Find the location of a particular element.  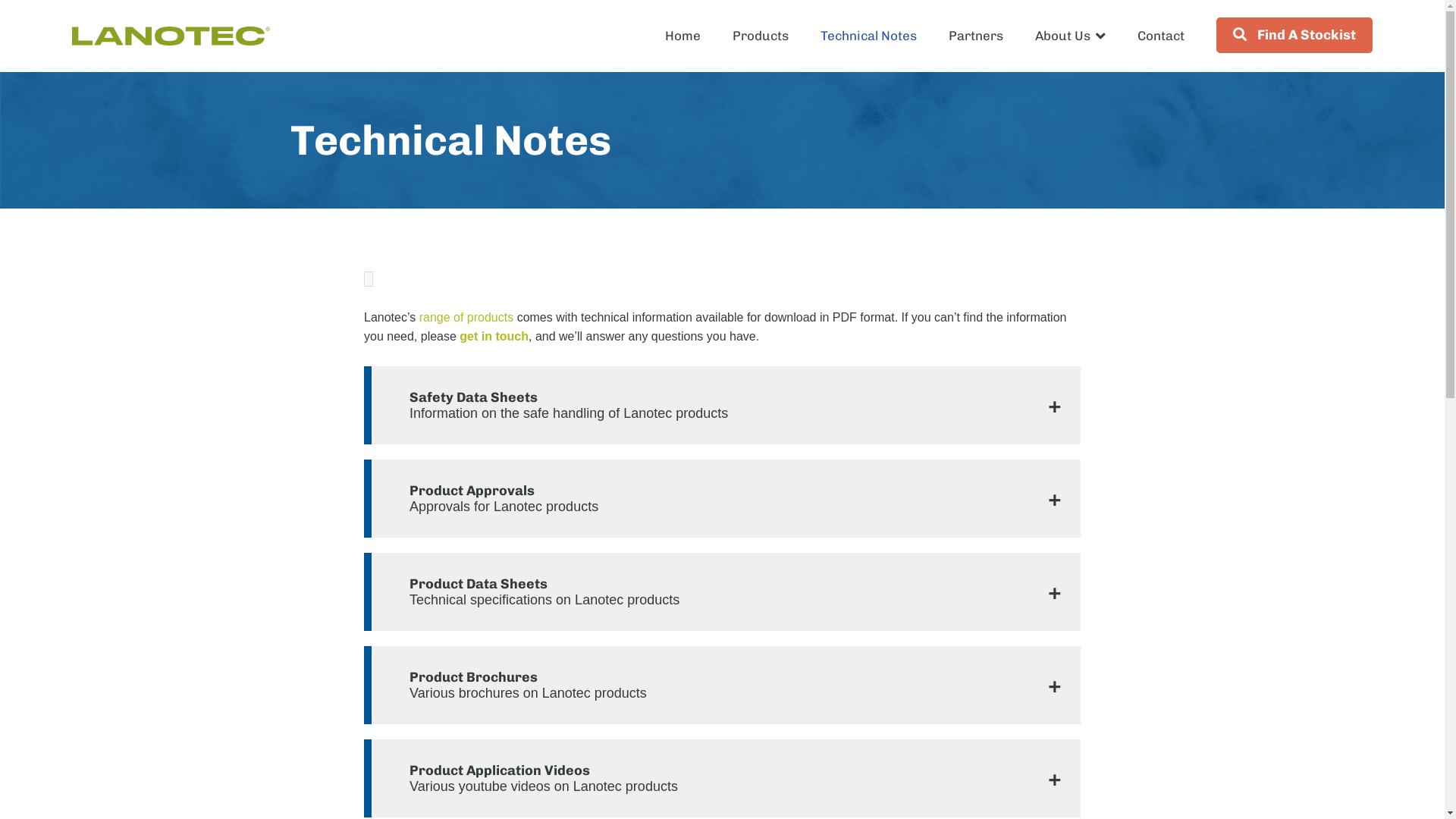

'Contact' is located at coordinates (1160, 34).